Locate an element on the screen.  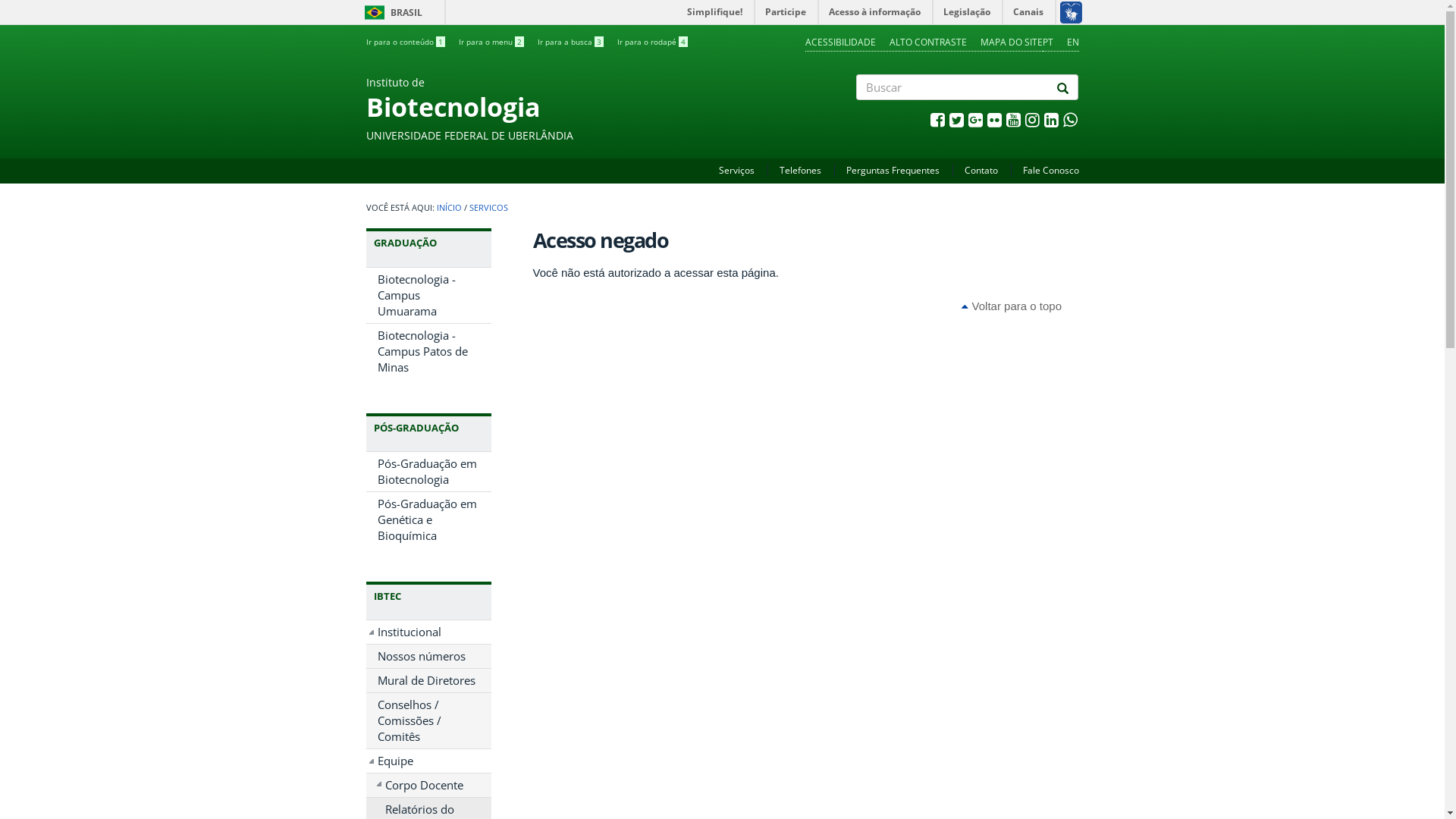
'Institucional' is located at coordinates (427, 632).